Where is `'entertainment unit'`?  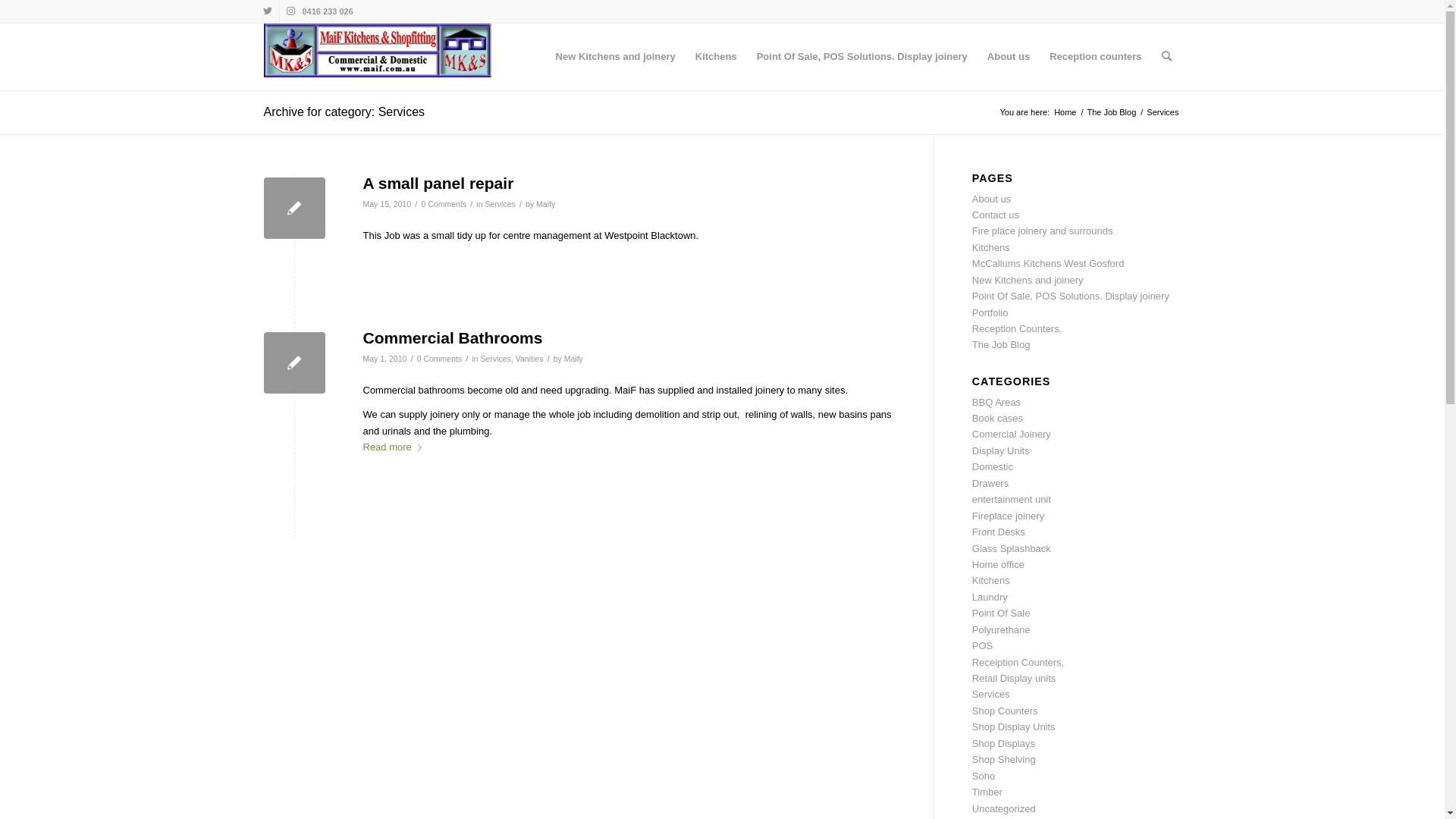 'entertainment unit' is located at coordinates (1012, 499).